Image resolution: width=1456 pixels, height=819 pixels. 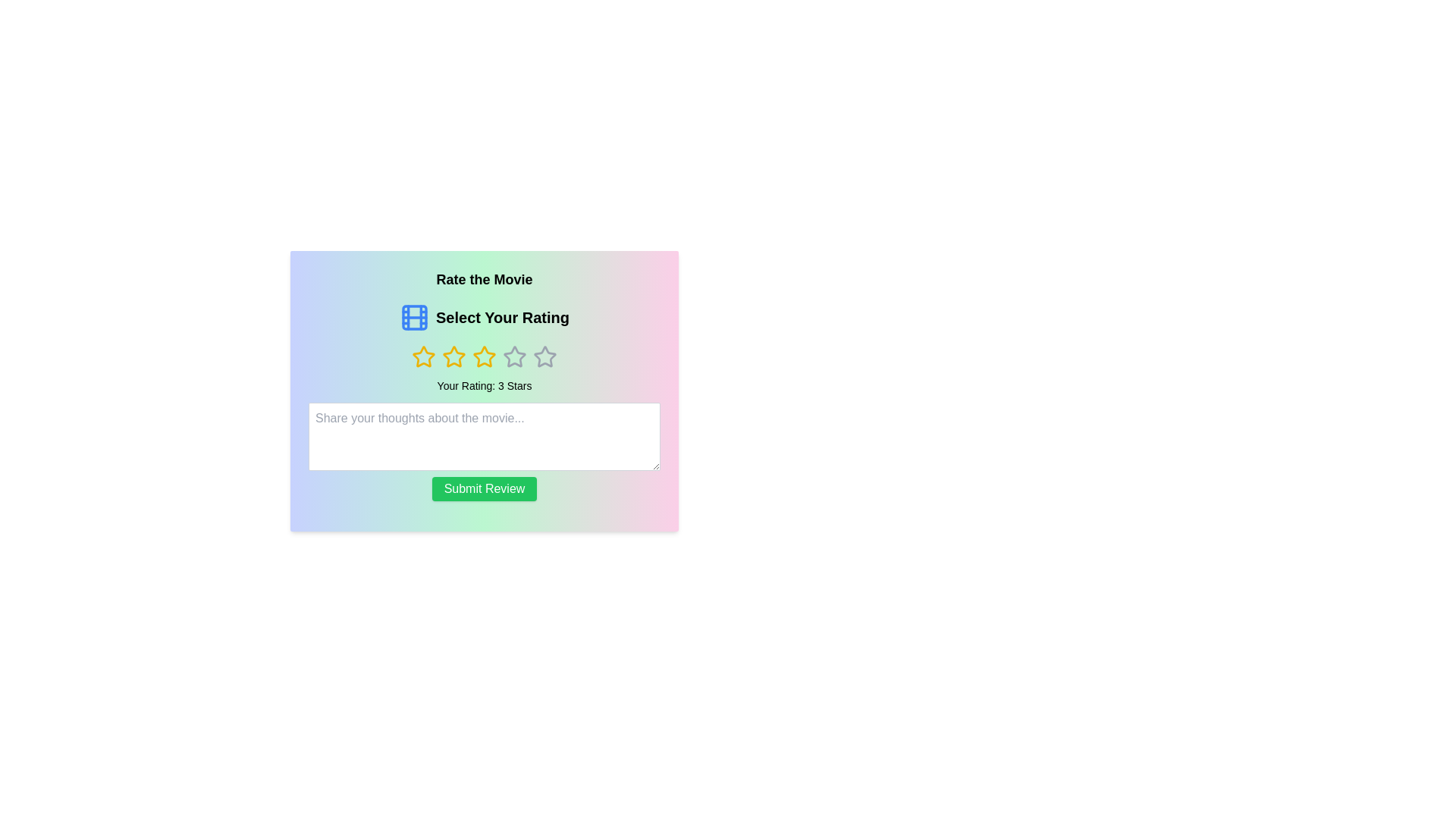 What do you see at coordinates (483, 356) in the screenshot?
I see `one of the star icons in the Rating component` at bounding box center [483, 356].